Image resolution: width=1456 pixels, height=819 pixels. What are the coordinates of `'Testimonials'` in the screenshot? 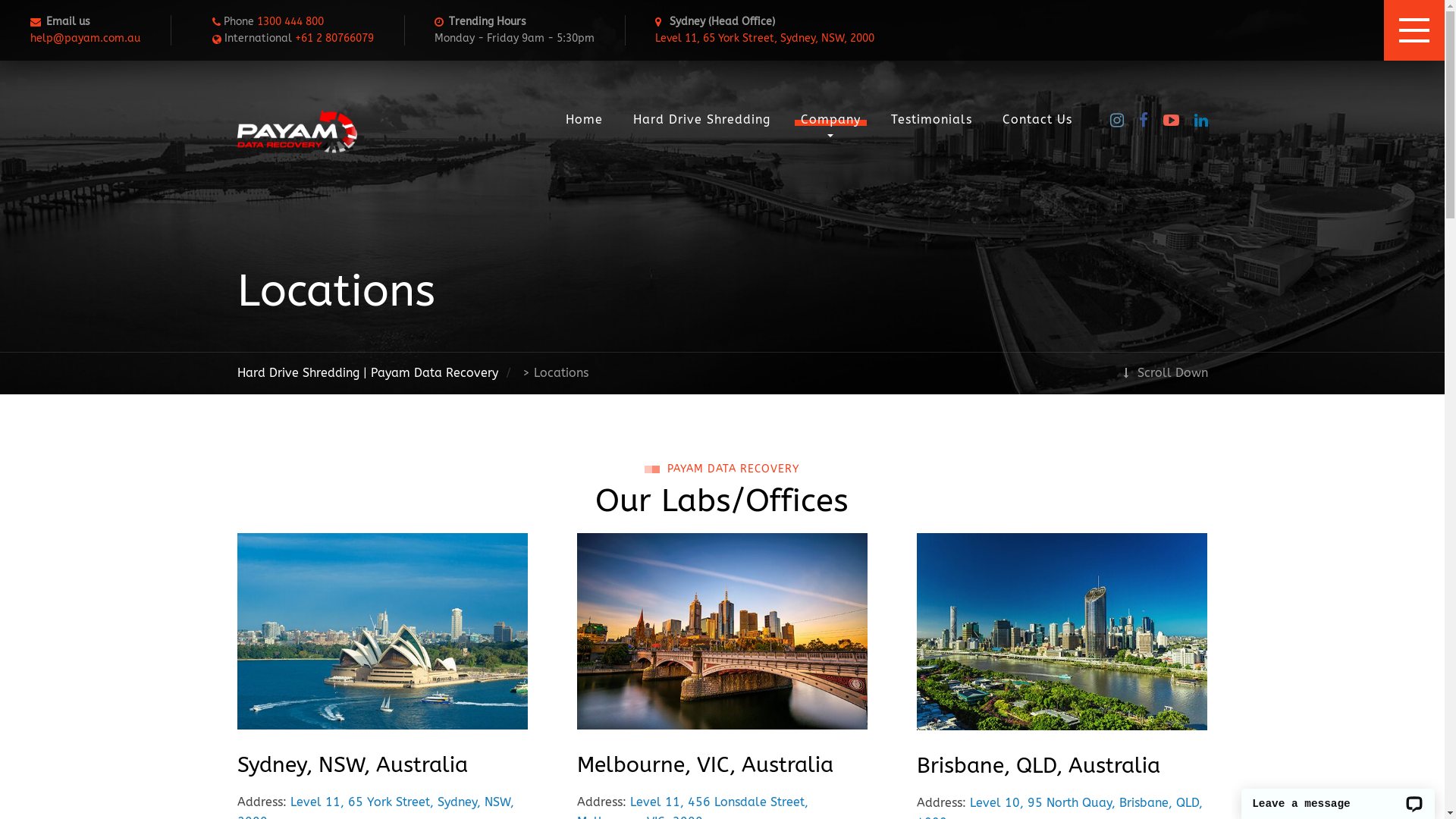 It's located at (930, 119).